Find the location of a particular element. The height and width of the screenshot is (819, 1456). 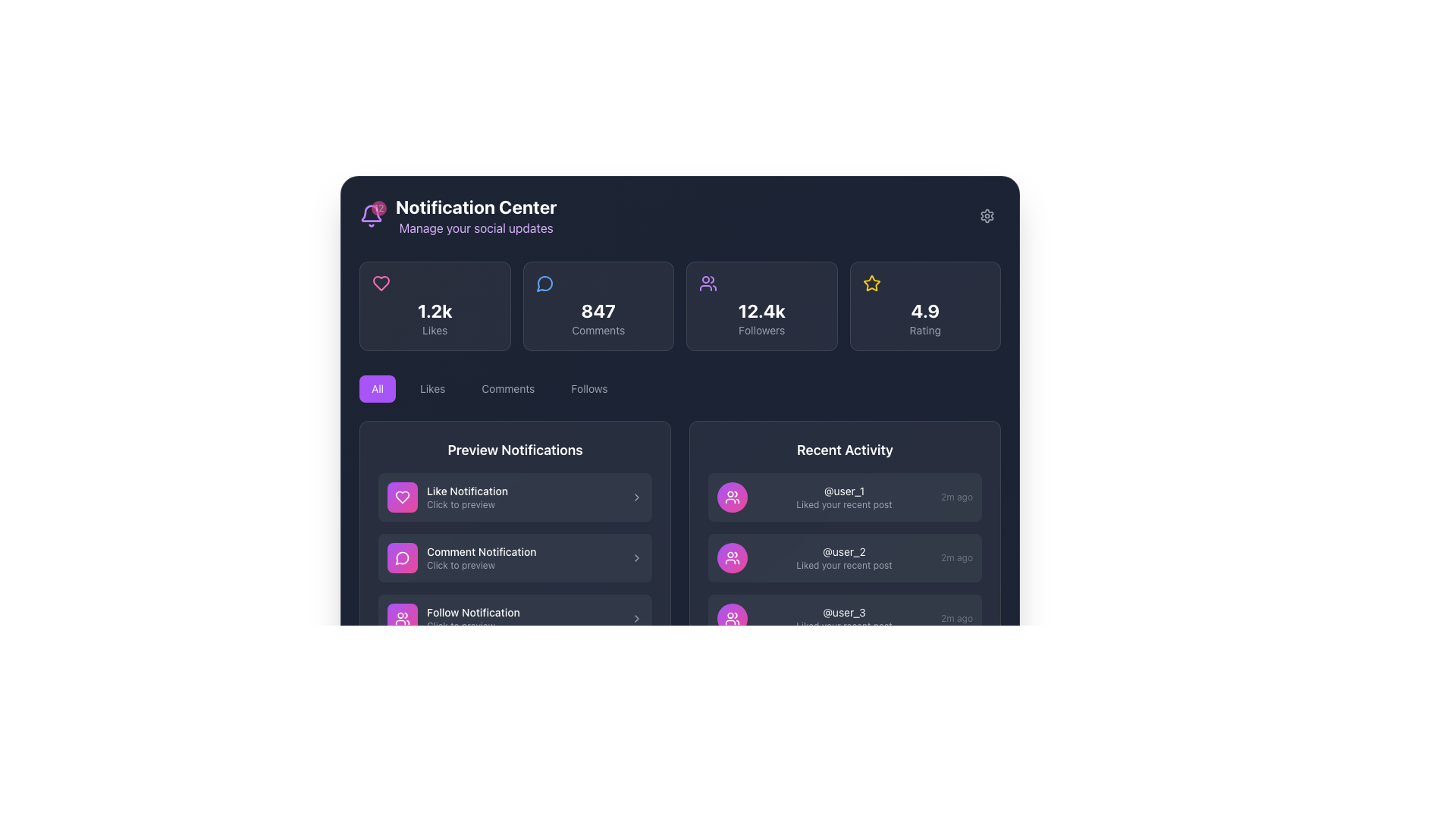

the second notification card in the 'Recent Activity' section that indicates '@user_2' liked the recipient's recent post is located at coordinates (844, 558).